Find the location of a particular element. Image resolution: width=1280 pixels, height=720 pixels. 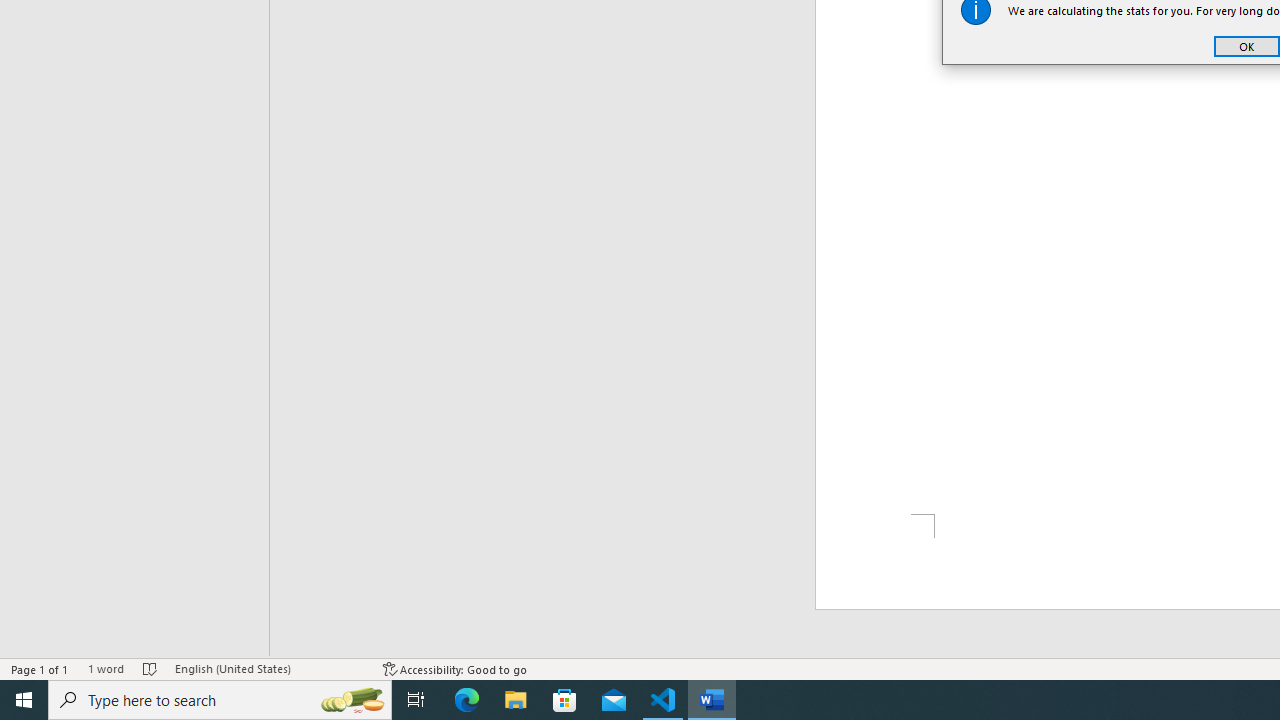

'Start' is located at coordinates (24, 698).